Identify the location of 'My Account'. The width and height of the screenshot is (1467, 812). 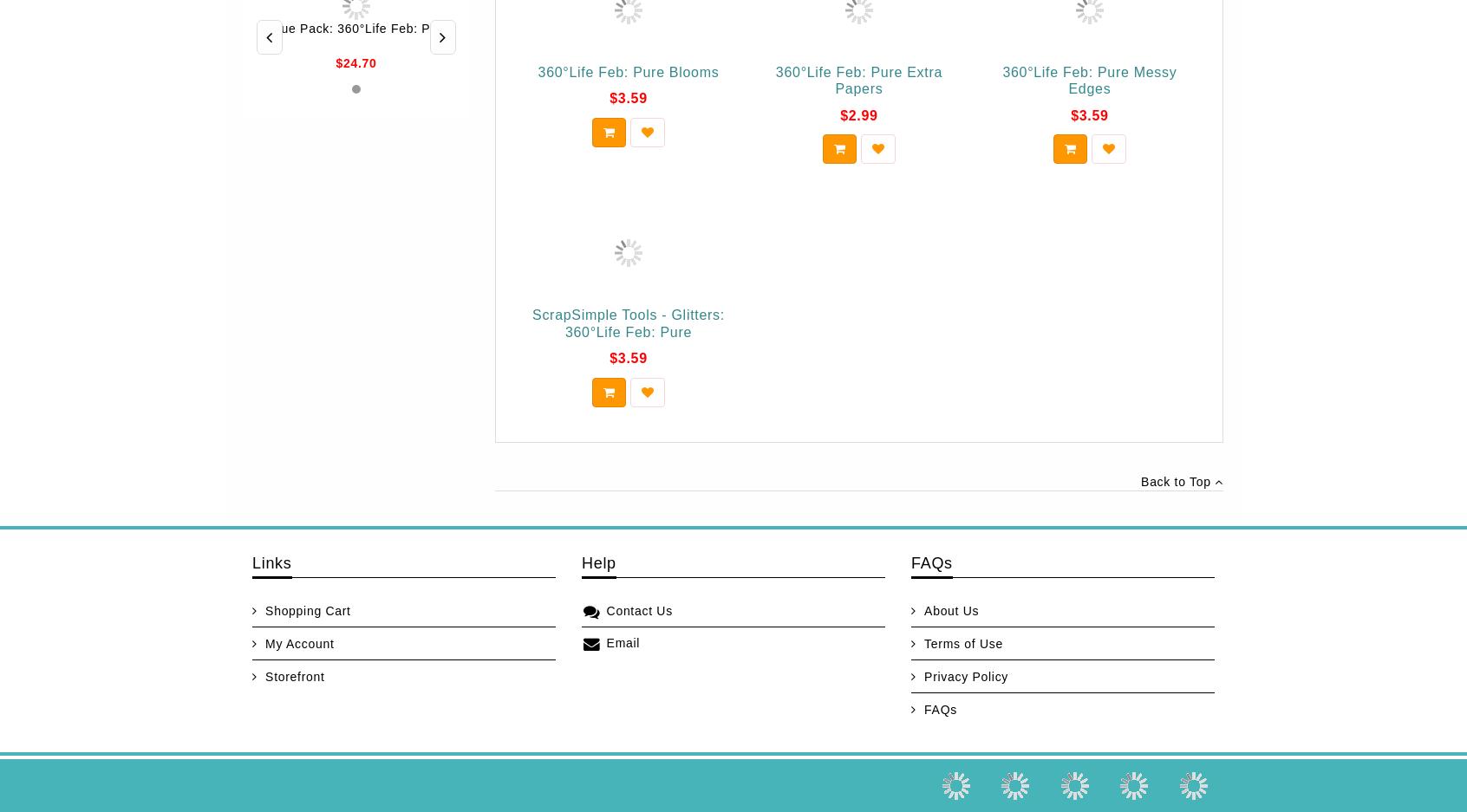
(298, 643).